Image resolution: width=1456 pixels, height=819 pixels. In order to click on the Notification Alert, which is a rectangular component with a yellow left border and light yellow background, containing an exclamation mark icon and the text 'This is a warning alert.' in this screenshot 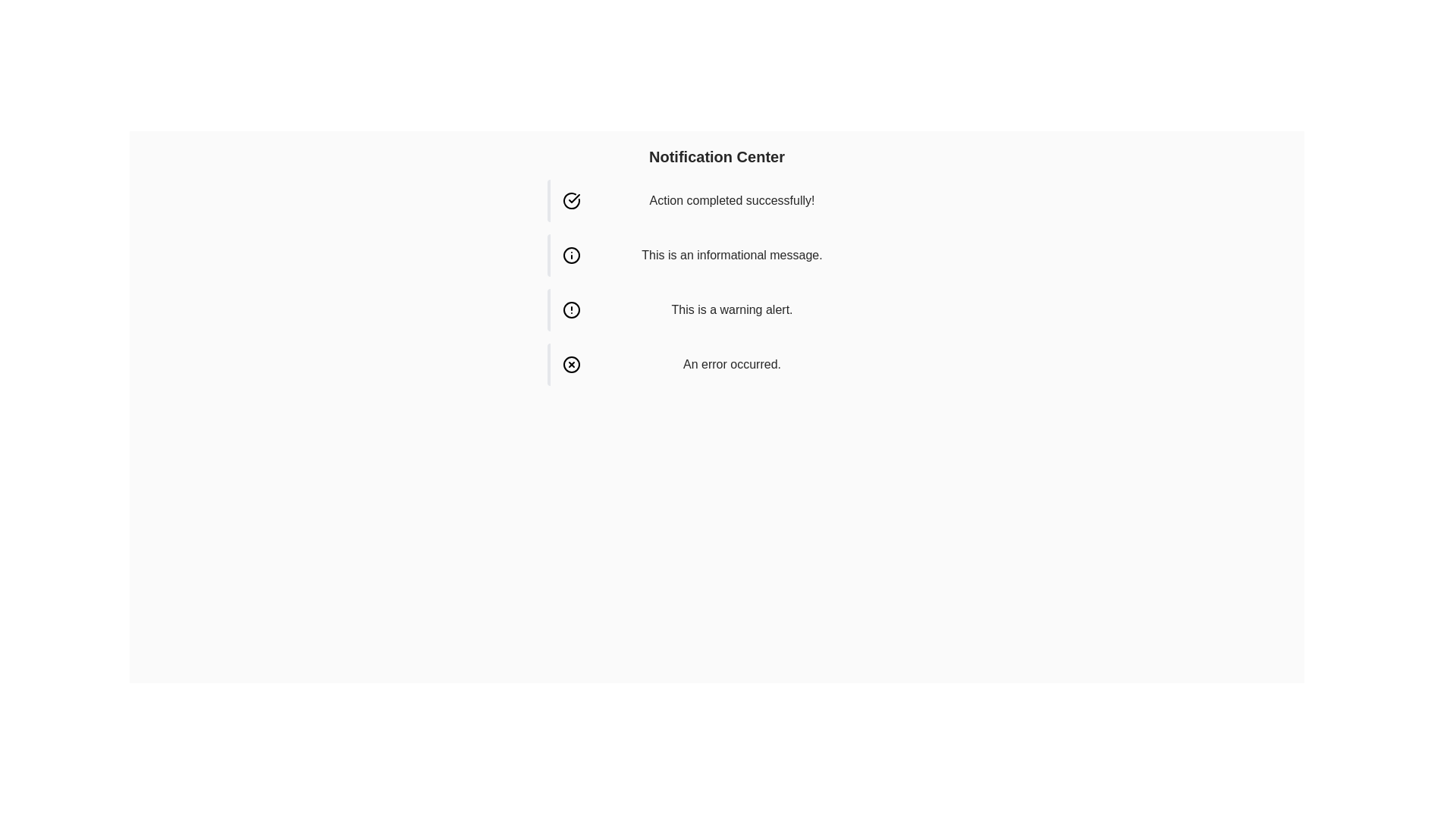, I will do `click(716, 309)`.